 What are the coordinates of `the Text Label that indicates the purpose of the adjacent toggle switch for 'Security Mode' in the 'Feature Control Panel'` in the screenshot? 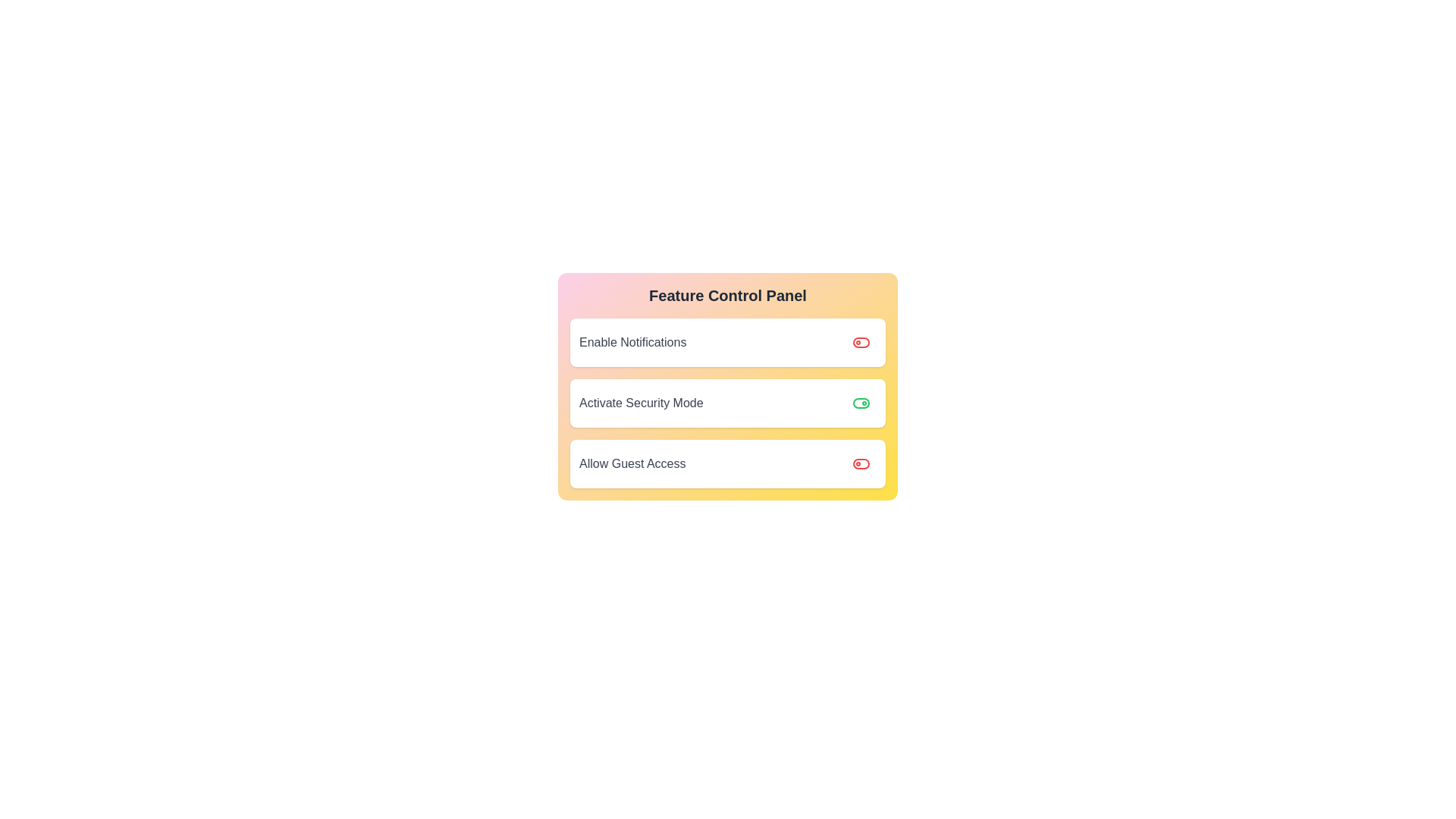 It's located at (641, 403).